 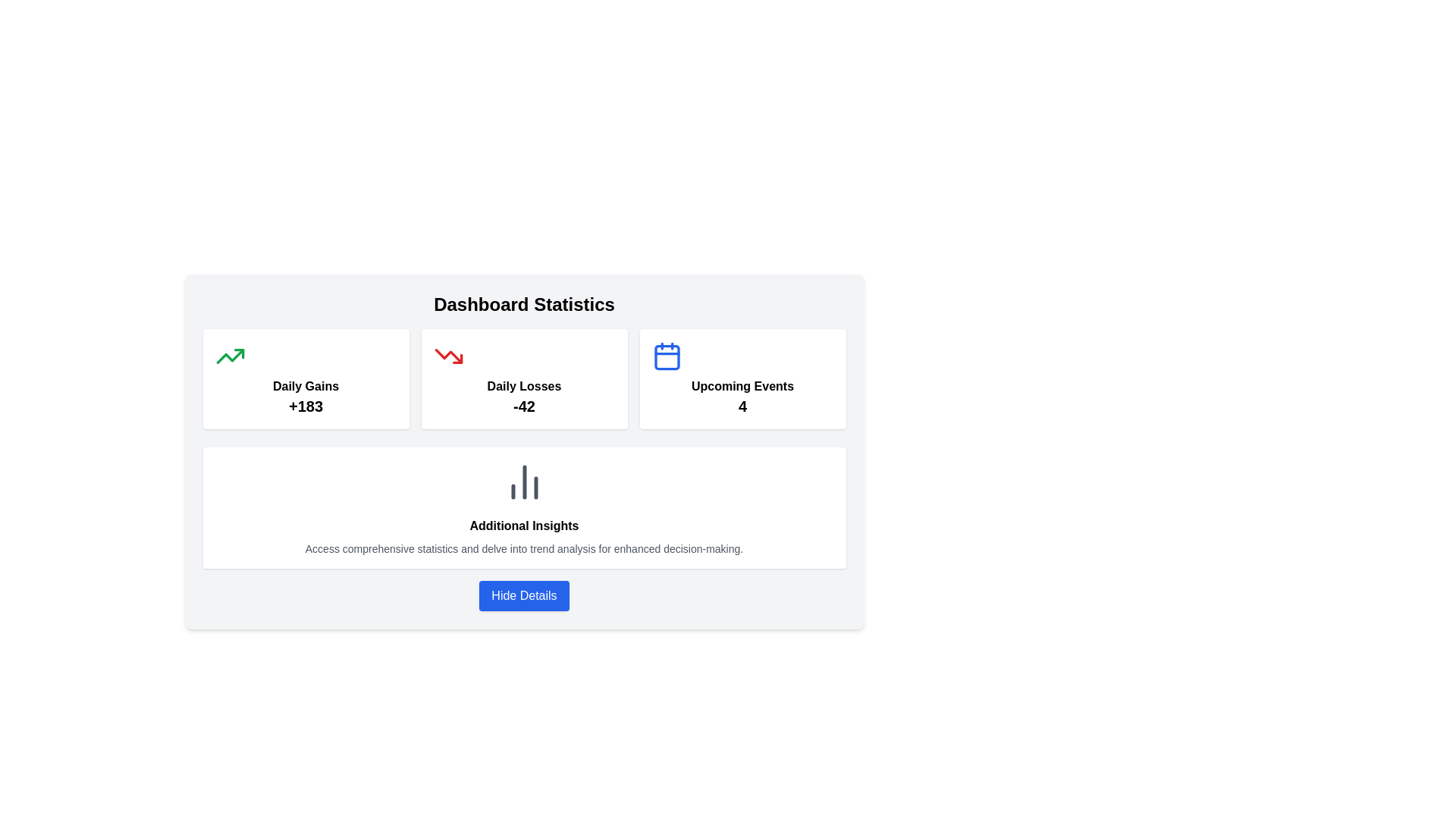 I want to click on the bold, large font-sized text displaying the number '4', which is styled in black and located beneath the label 'Upcoming Events' inside the third card of statistical cards, so click(x=742, y=406).